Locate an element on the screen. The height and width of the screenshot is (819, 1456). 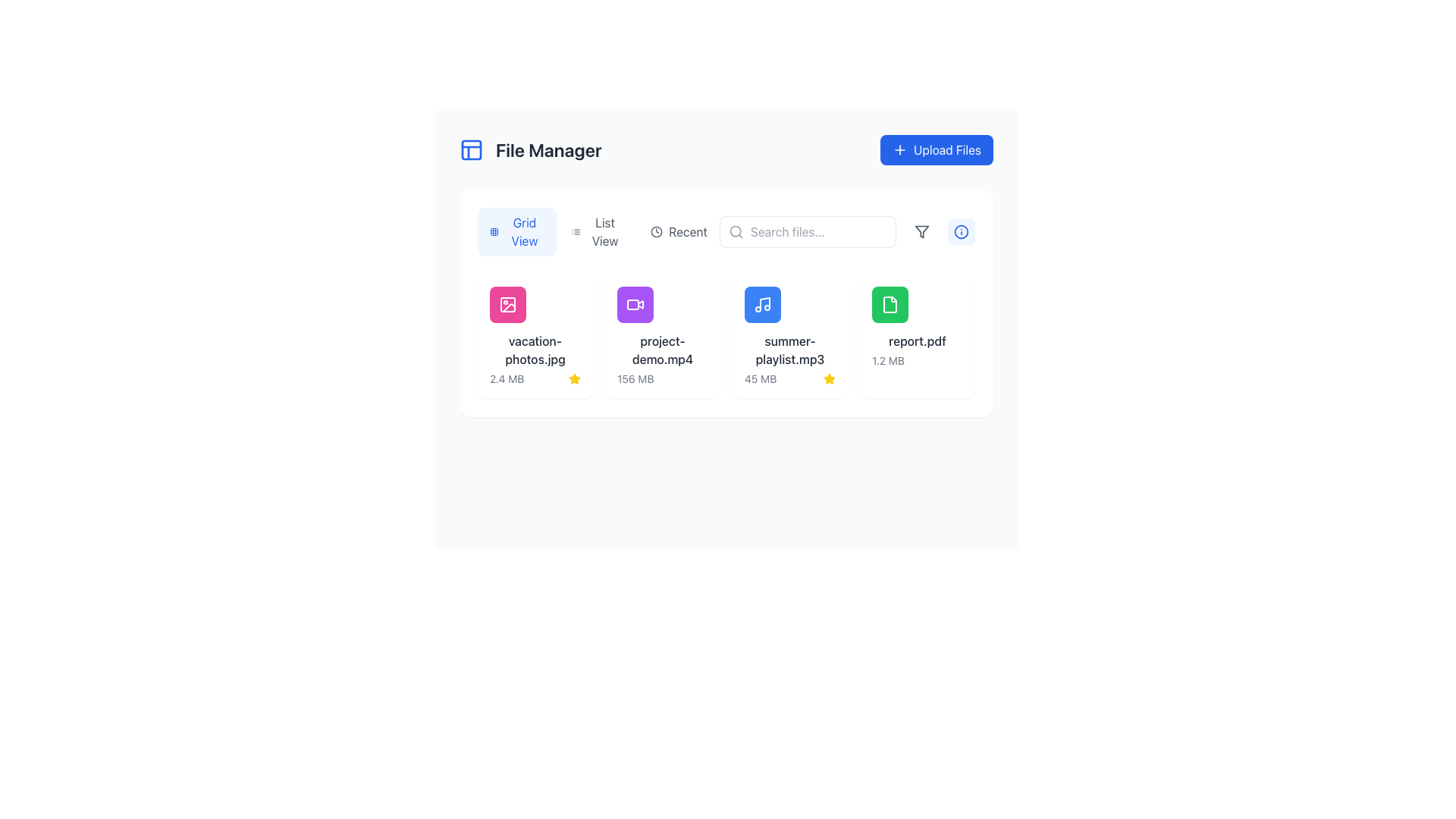
file name displayed in the text label for the audio file 'summer-playlist.mp3', which is centrally located in the grid view of the 'File Manager' interface is located at coordinates (789, 350).